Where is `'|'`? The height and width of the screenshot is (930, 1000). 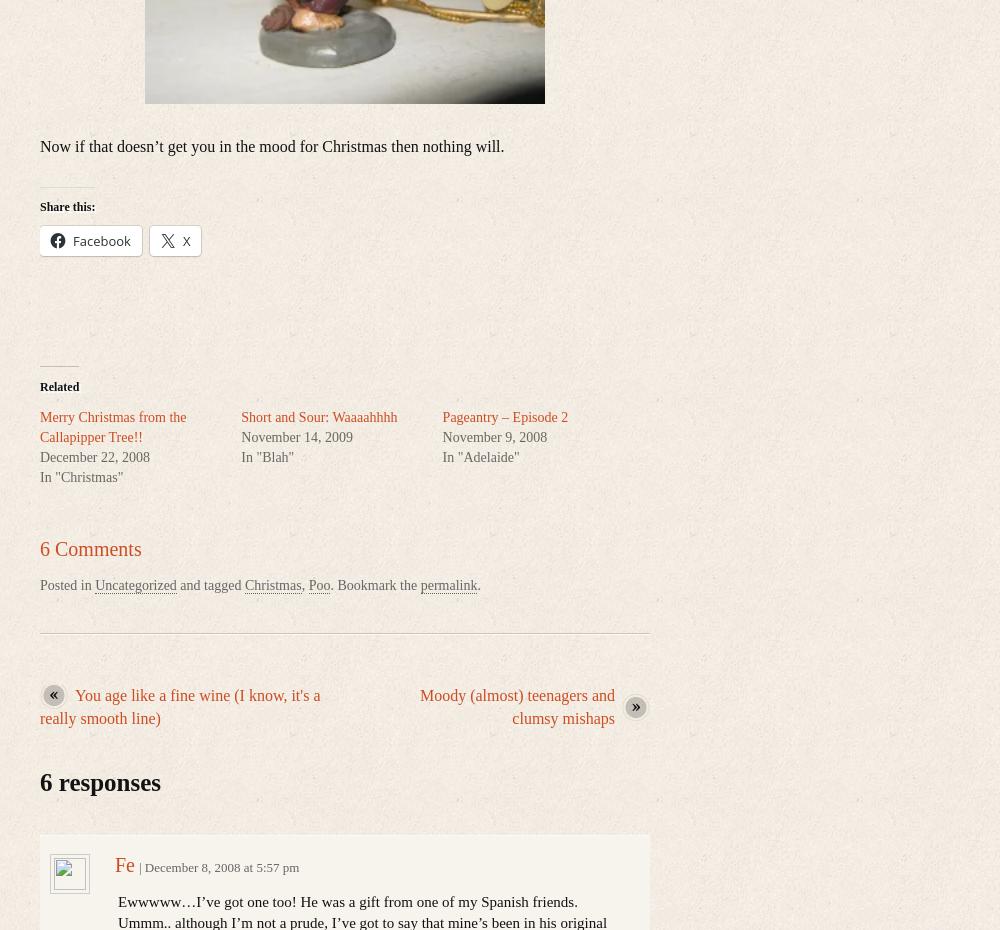
'|' is located at coordinates (141, 867).